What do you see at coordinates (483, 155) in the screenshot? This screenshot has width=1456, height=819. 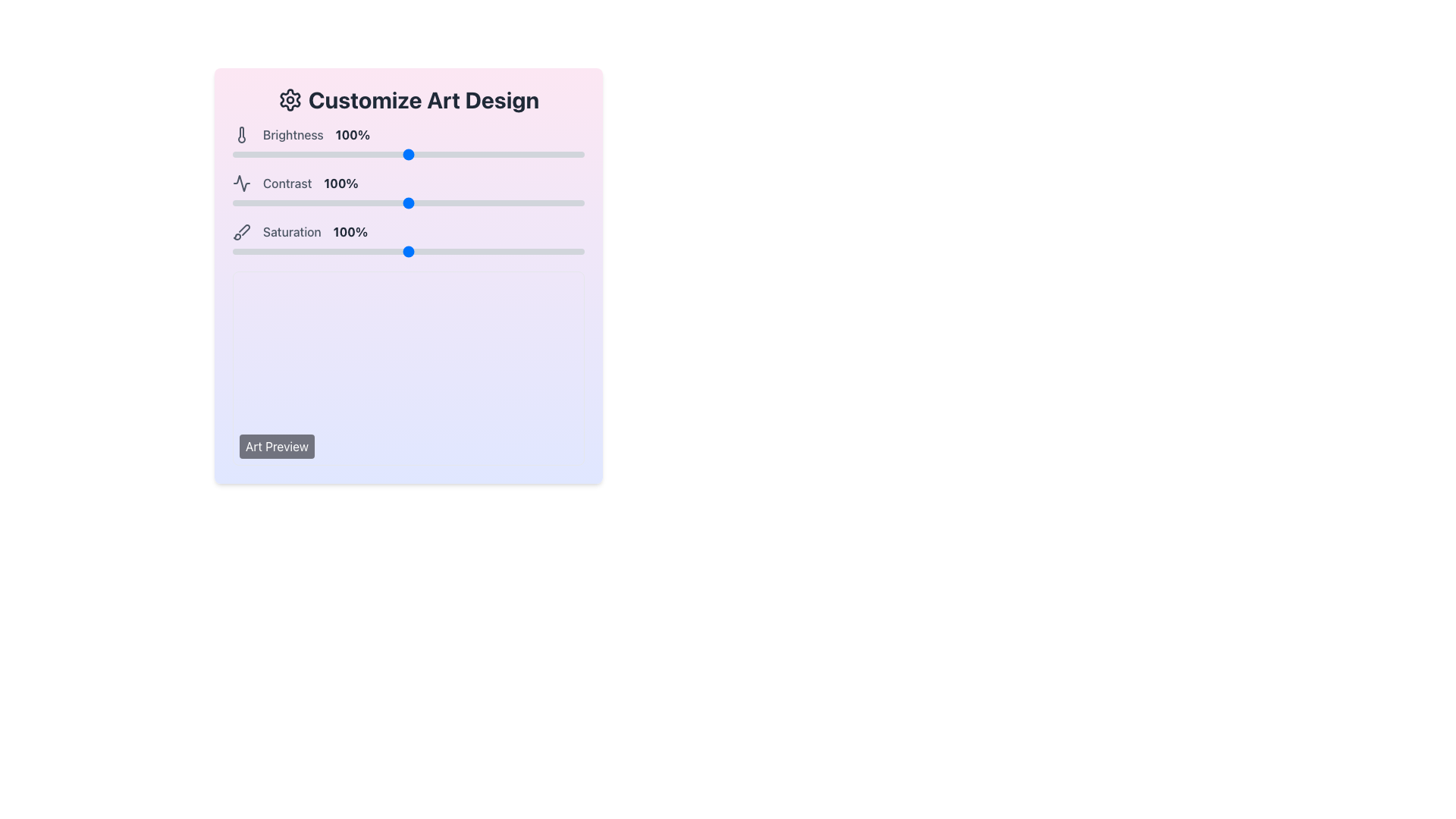 I see `brightness` at bounding box center [483, 155].